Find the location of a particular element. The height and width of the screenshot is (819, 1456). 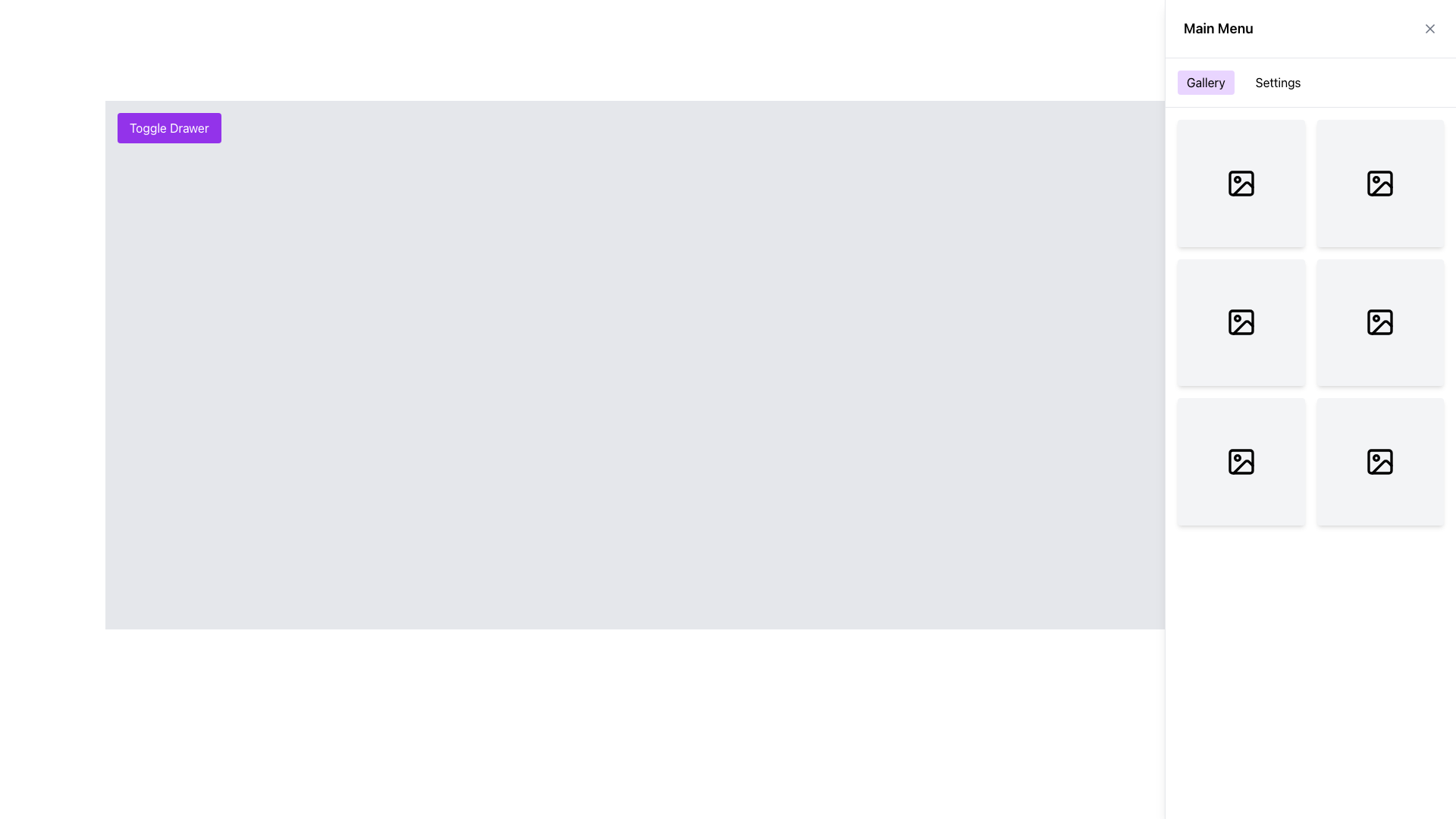

the icon located in the bottom-right cell of the 2x3 grid on the right-hand side of the interface is located at coordinates (1380, 322).